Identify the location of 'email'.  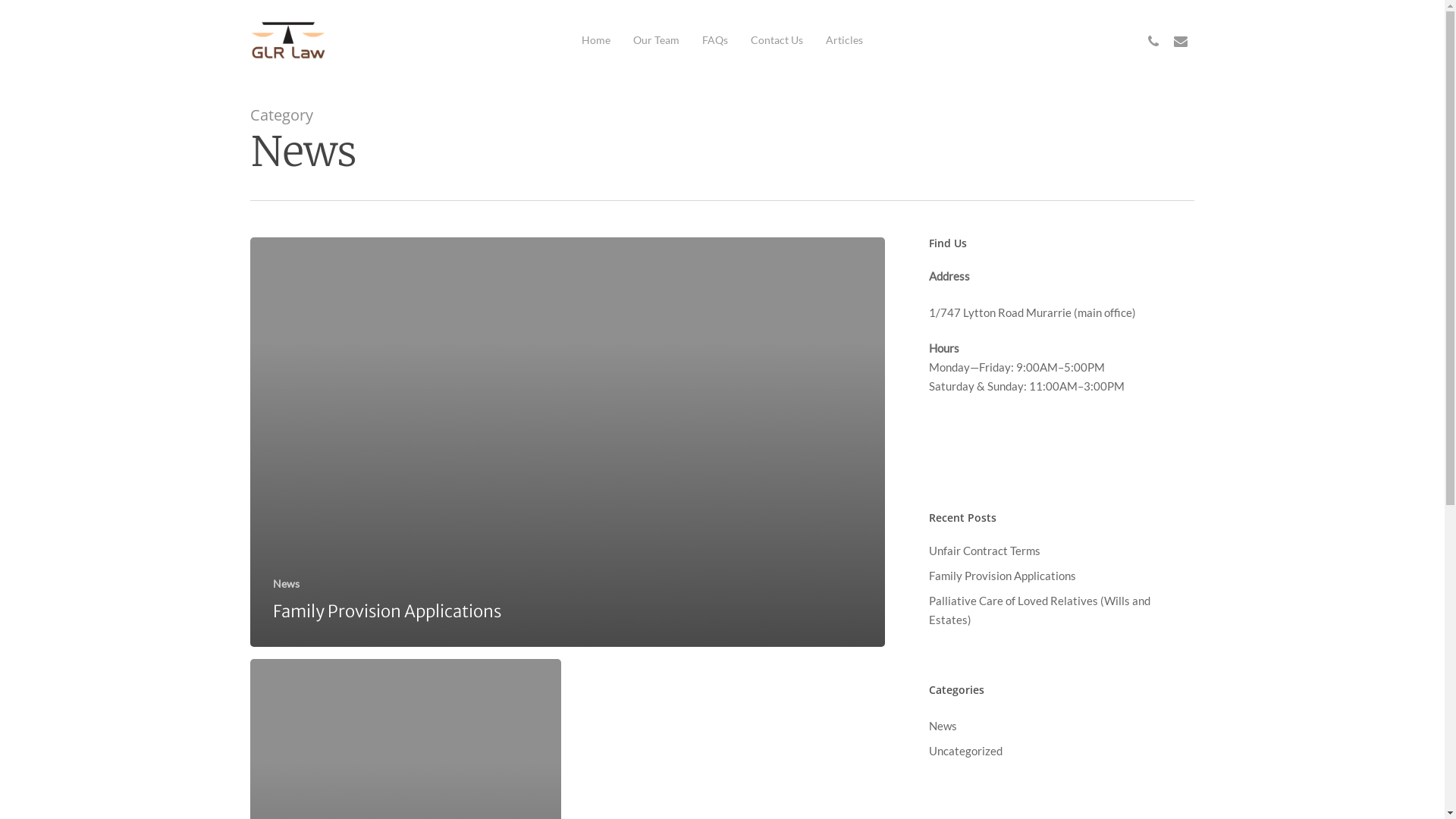
(1166, 39).